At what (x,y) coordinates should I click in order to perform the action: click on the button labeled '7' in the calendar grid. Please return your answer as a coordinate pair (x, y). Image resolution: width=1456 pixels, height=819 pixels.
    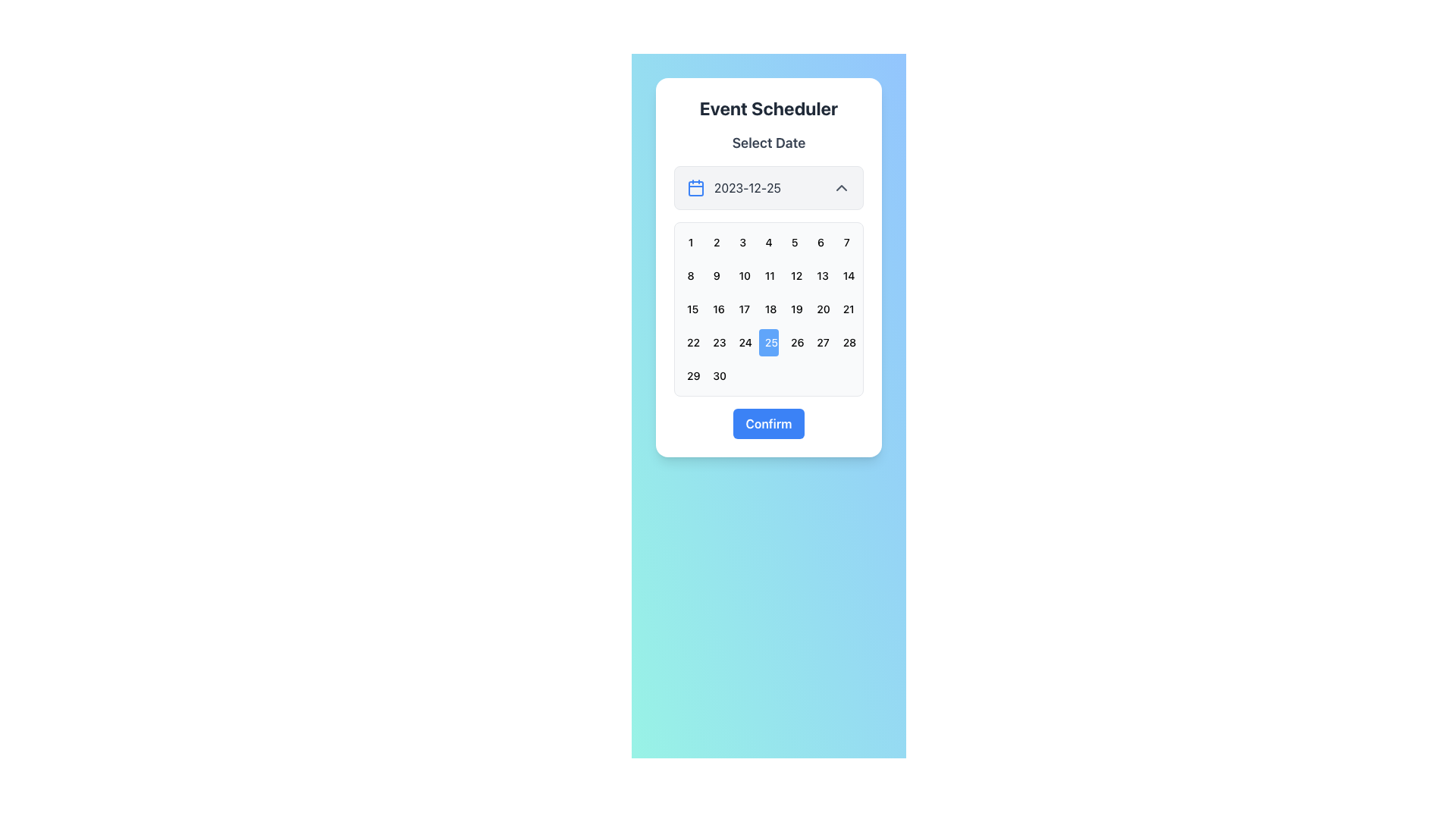
    Looking at the image, I should click on (846, 242).